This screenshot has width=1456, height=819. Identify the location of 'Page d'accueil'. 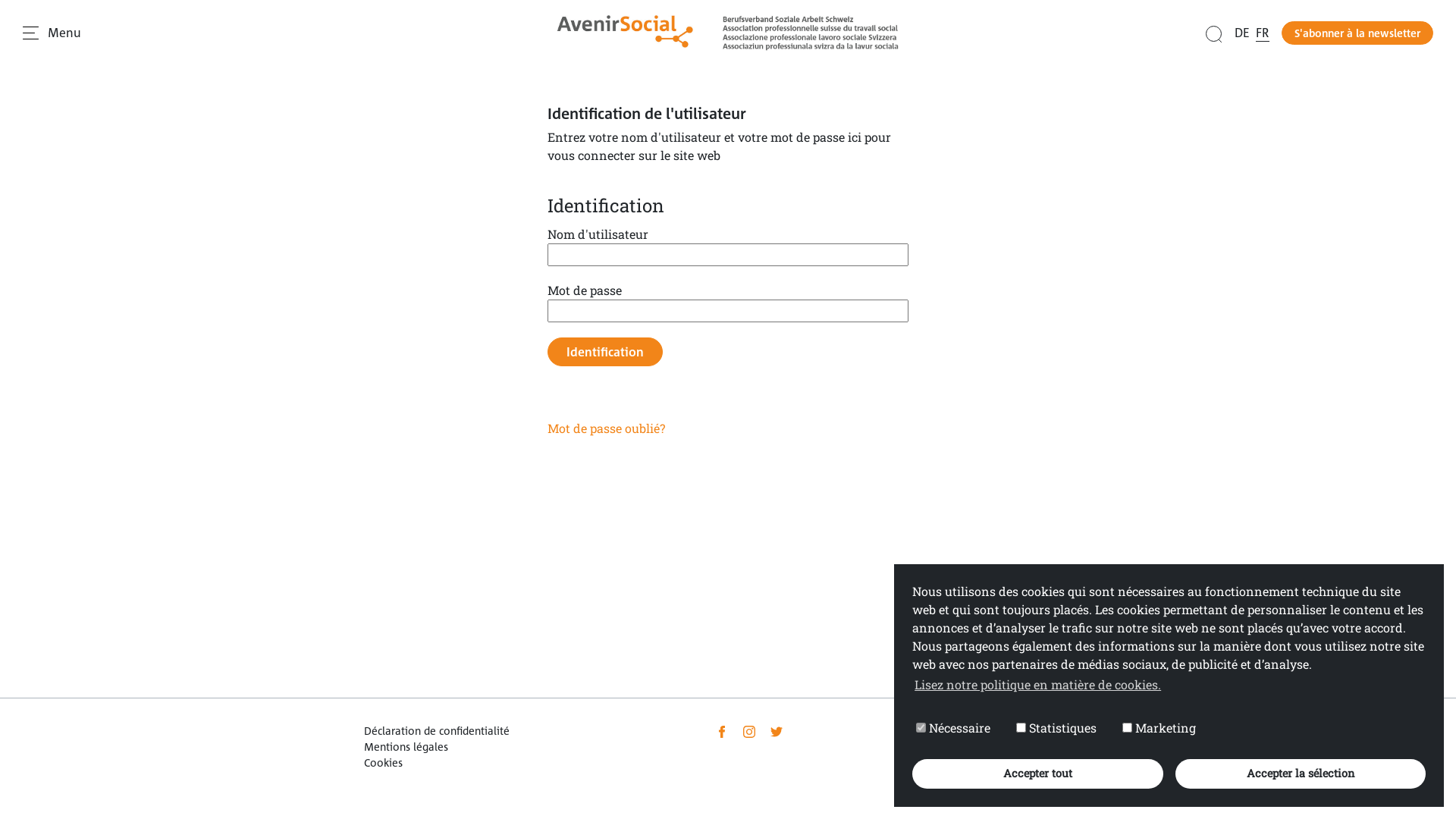
(728, 33).